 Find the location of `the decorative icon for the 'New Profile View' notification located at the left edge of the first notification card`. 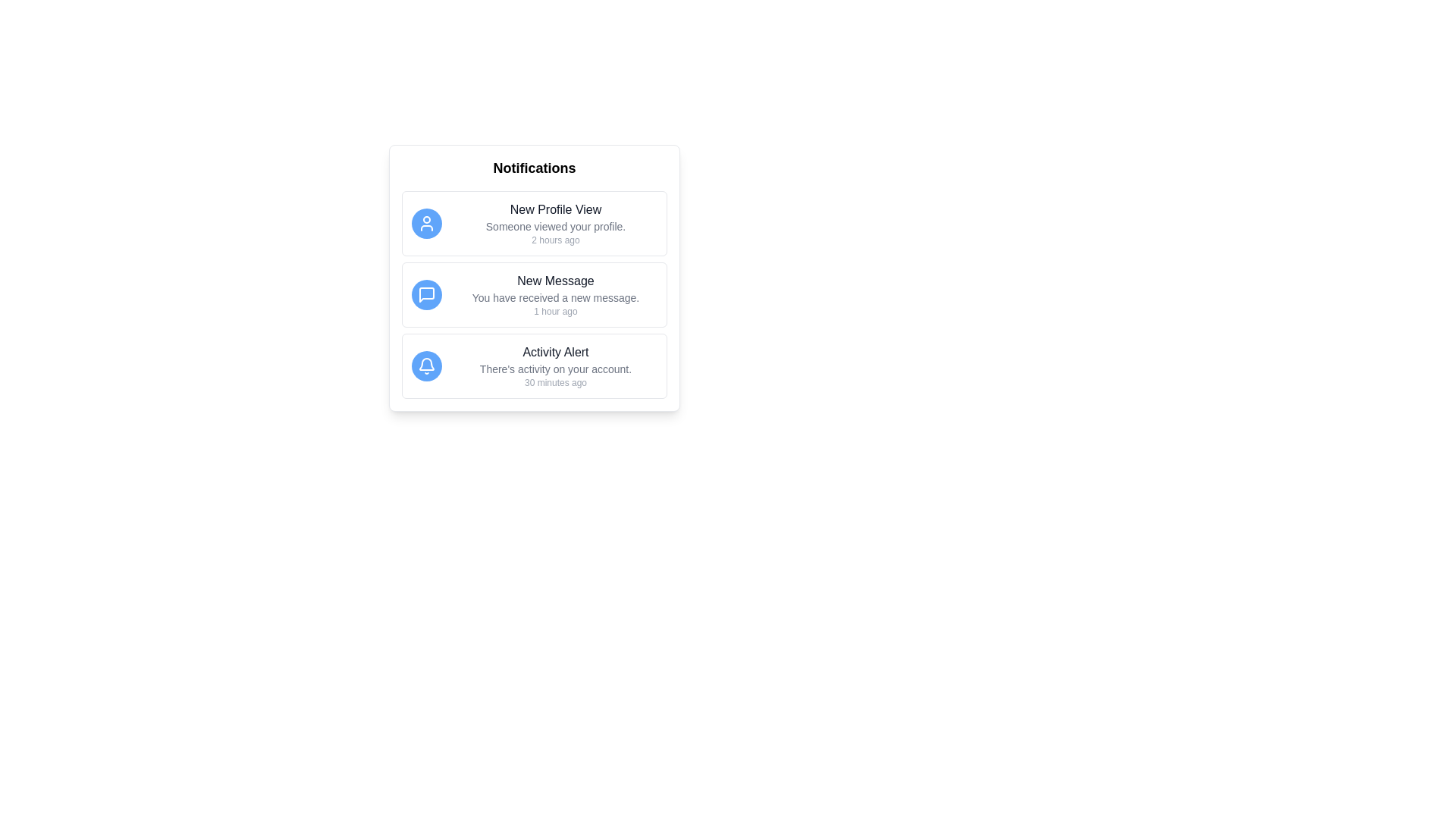

the decorative icon for the 'New Profile View' notification located at the left edge of the first notification card is located at coordinates (425, 223).